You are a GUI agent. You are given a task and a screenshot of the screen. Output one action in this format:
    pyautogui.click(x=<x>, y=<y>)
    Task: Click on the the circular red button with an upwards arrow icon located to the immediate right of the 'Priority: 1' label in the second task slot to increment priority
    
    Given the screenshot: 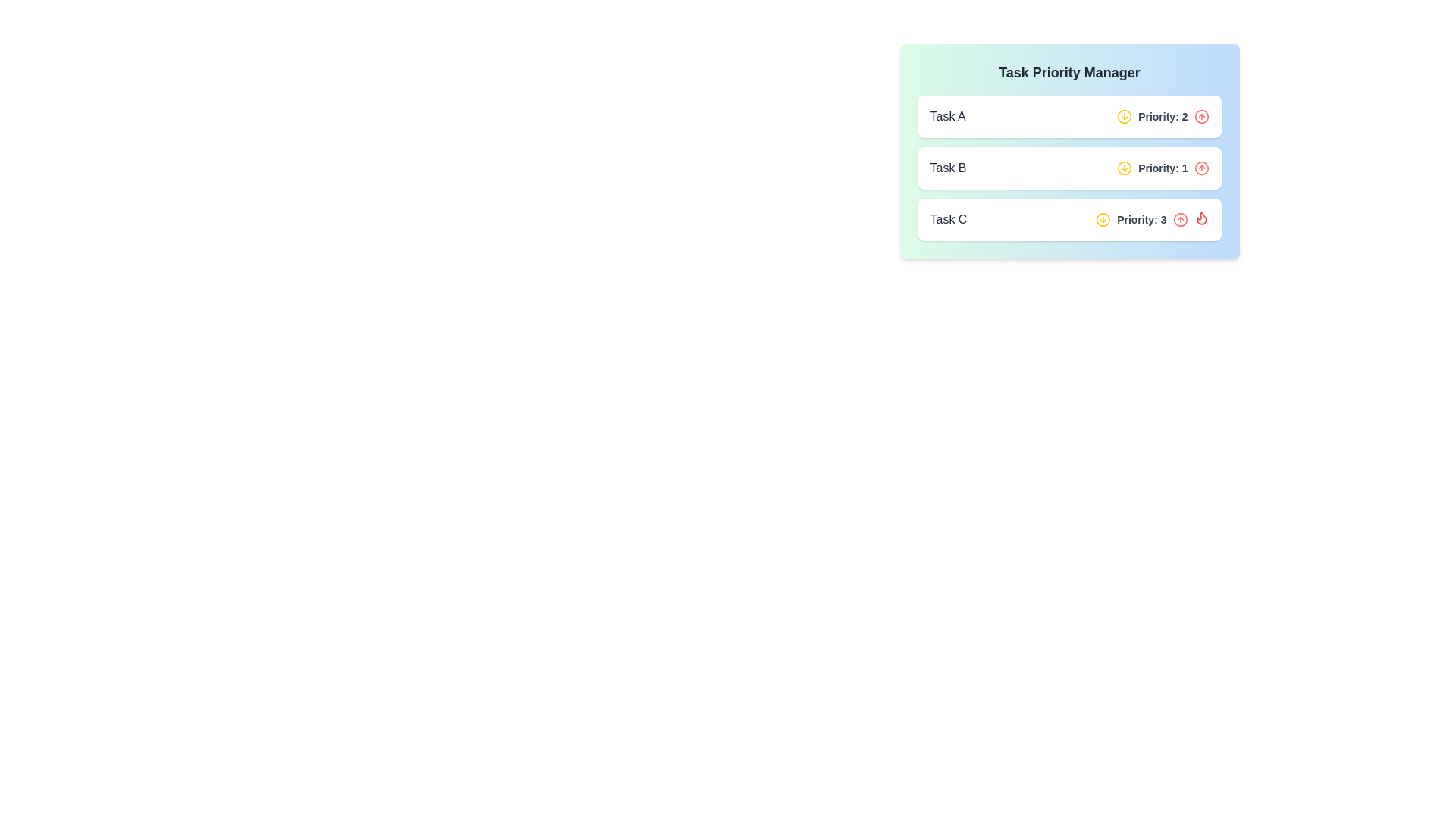 What is the action you would take?
    pyautogui.click(x=1200, y=168)
    